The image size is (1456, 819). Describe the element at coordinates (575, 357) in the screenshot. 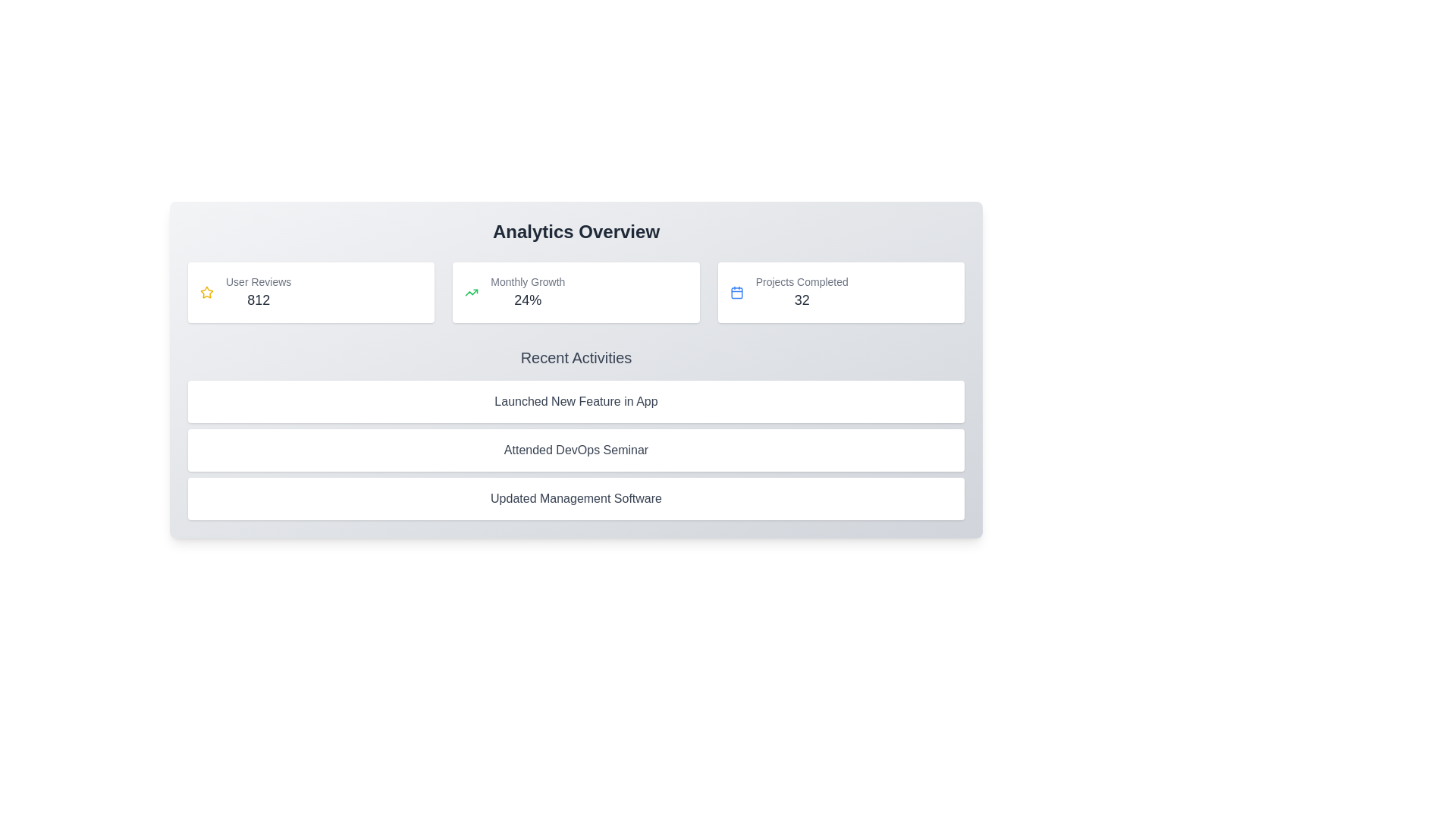

I see `the 'Recent Activities' text header, which is a large dark gray label that separates the main section header from the list of recent activities` at that location.